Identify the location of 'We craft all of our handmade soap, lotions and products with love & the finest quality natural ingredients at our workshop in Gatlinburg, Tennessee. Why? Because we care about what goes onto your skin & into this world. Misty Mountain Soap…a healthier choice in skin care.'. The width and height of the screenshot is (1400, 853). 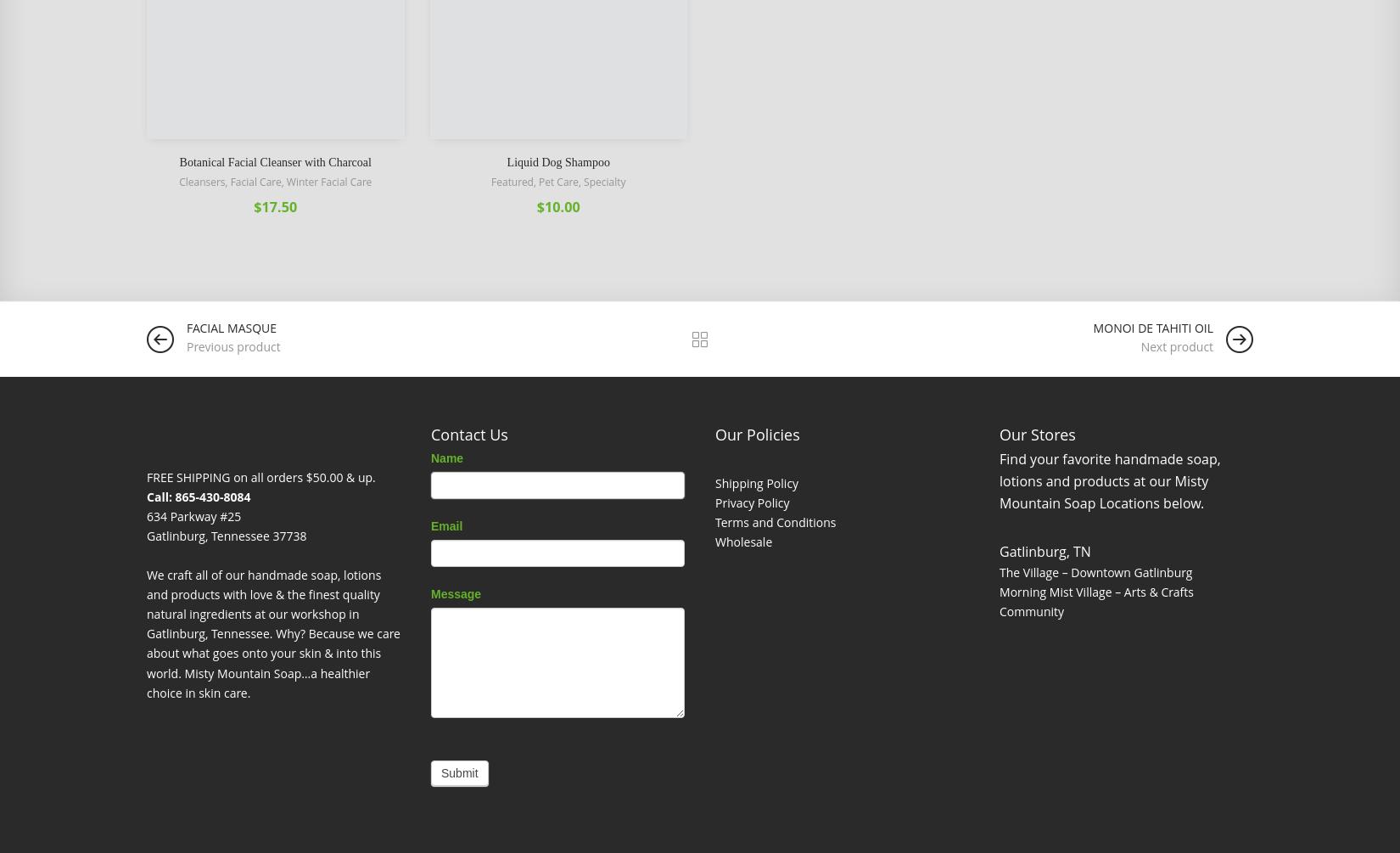
(273, 633).